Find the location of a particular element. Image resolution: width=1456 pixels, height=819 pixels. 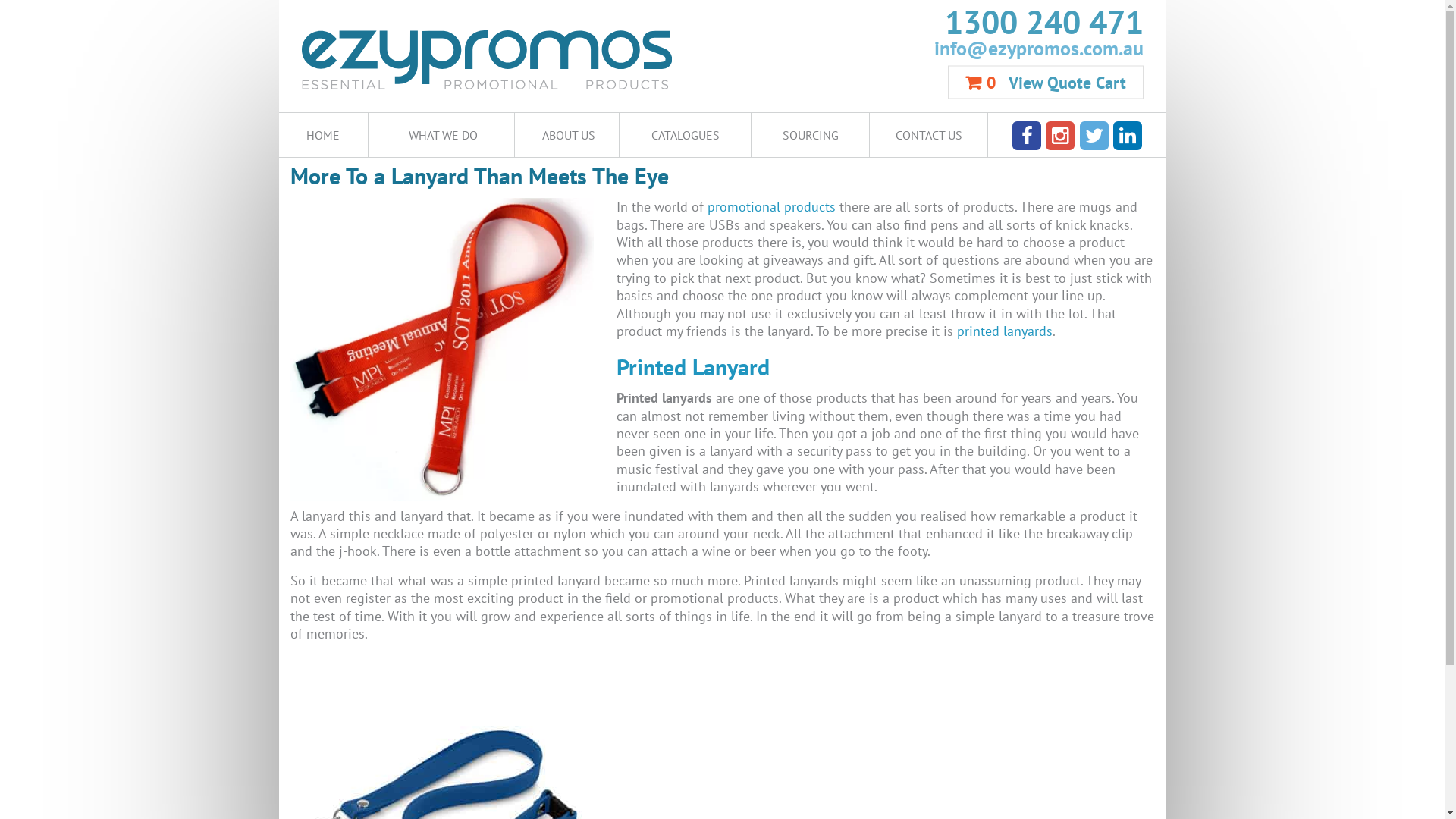

'info@ezypromos.com.au' is located at coordinates (931, 46).